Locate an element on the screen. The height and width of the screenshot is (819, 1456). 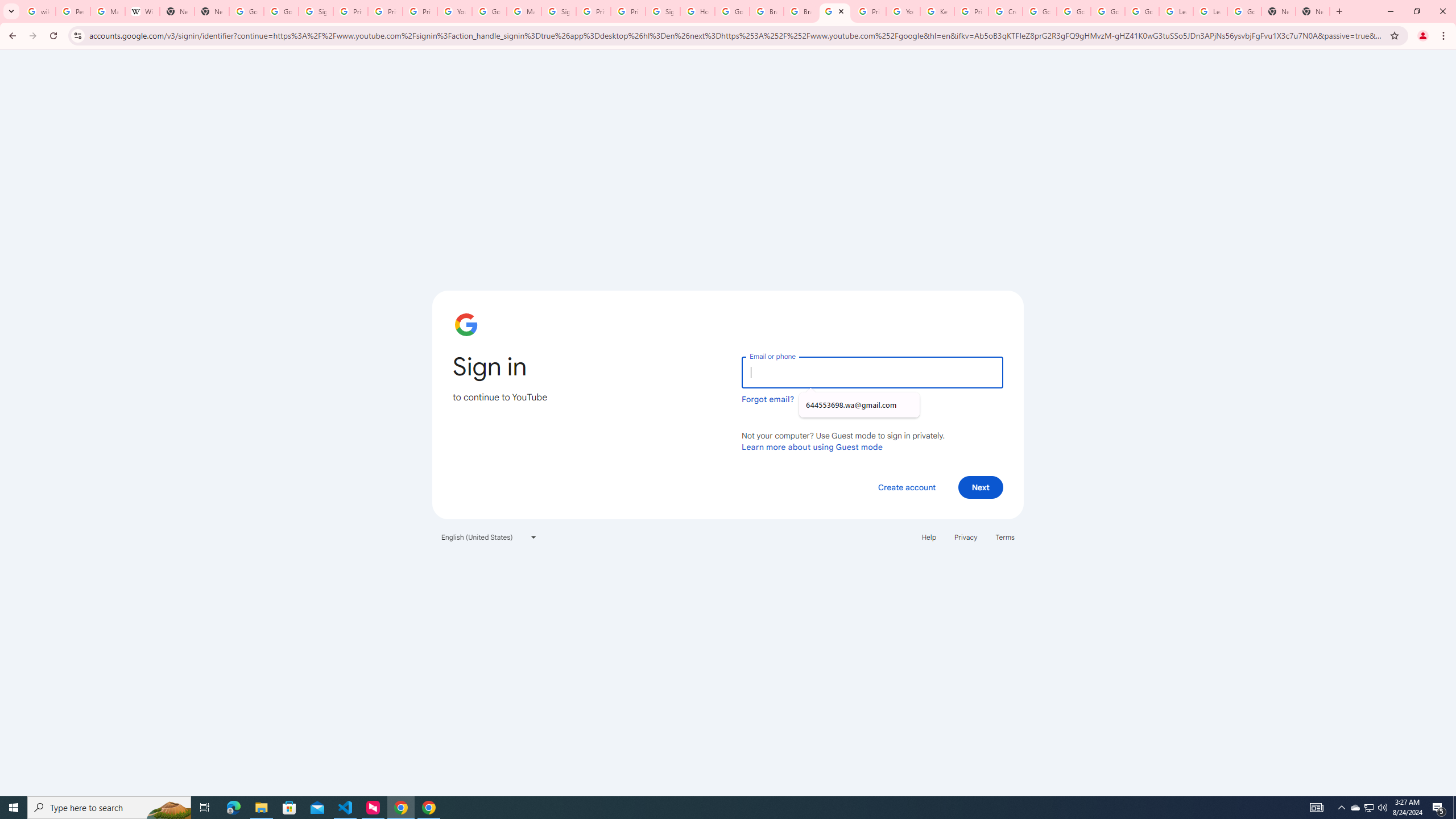
'Email or phone' is located at coordinates (871, 372).